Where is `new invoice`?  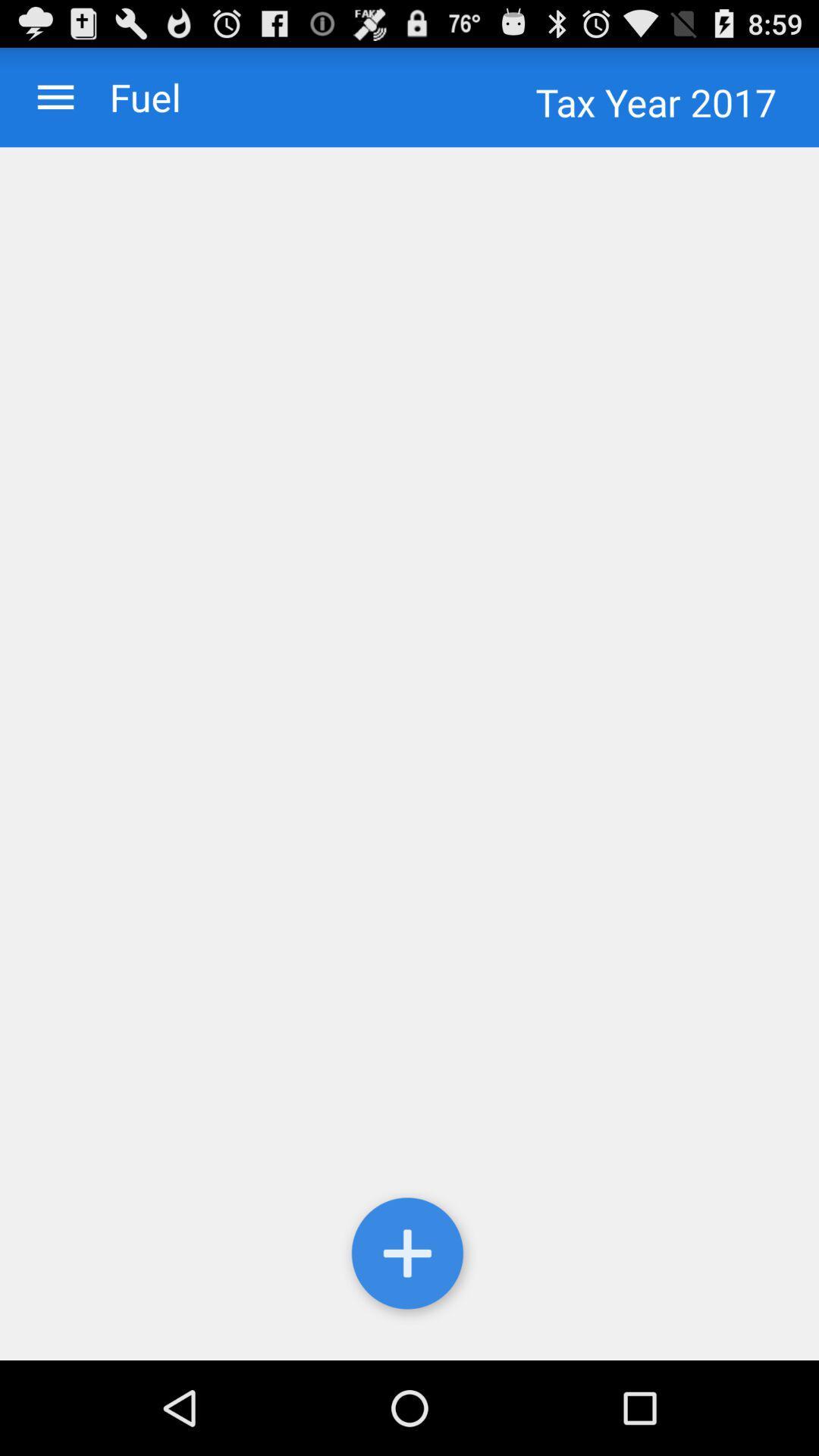 new invoice is located at coordinates (409, 1257).